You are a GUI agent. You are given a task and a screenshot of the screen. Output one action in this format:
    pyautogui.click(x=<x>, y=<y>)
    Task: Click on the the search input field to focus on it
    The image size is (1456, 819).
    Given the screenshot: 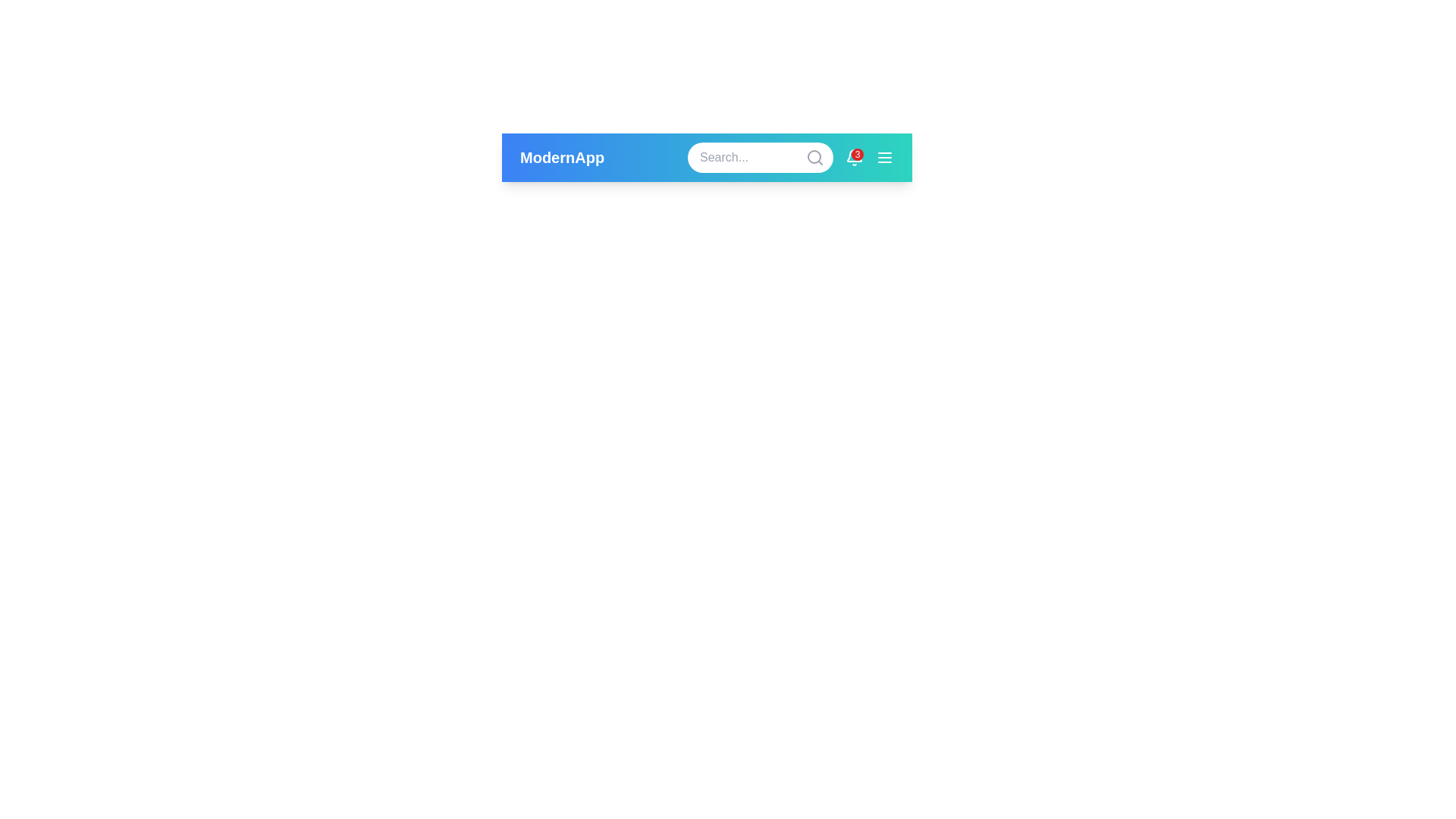 What is the action you would take?
    pyautogui.click(x=761, y=158)
    